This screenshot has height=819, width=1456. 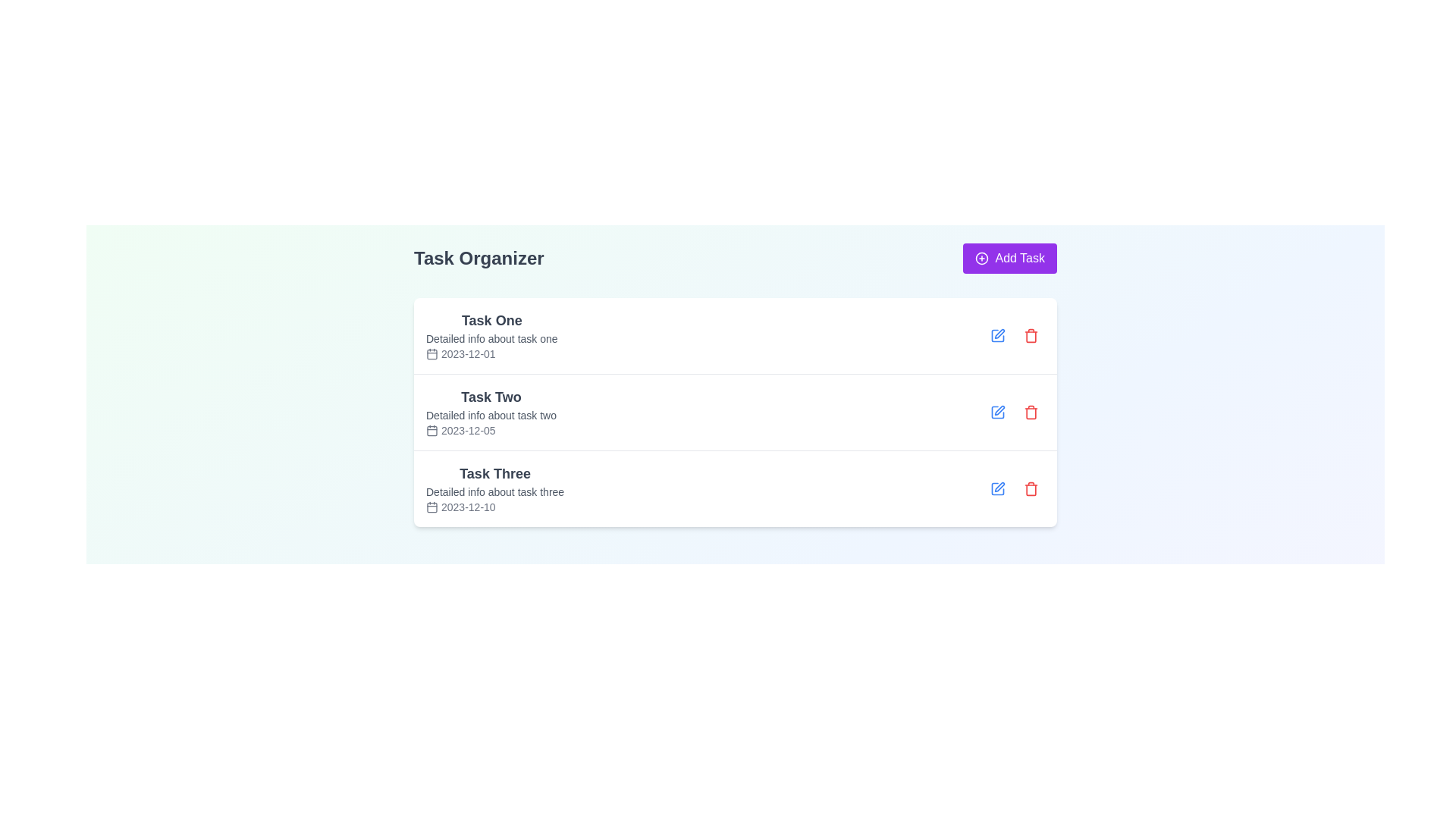 I want to click on the second task card in the task manager interface, so click(x=735, y=384).